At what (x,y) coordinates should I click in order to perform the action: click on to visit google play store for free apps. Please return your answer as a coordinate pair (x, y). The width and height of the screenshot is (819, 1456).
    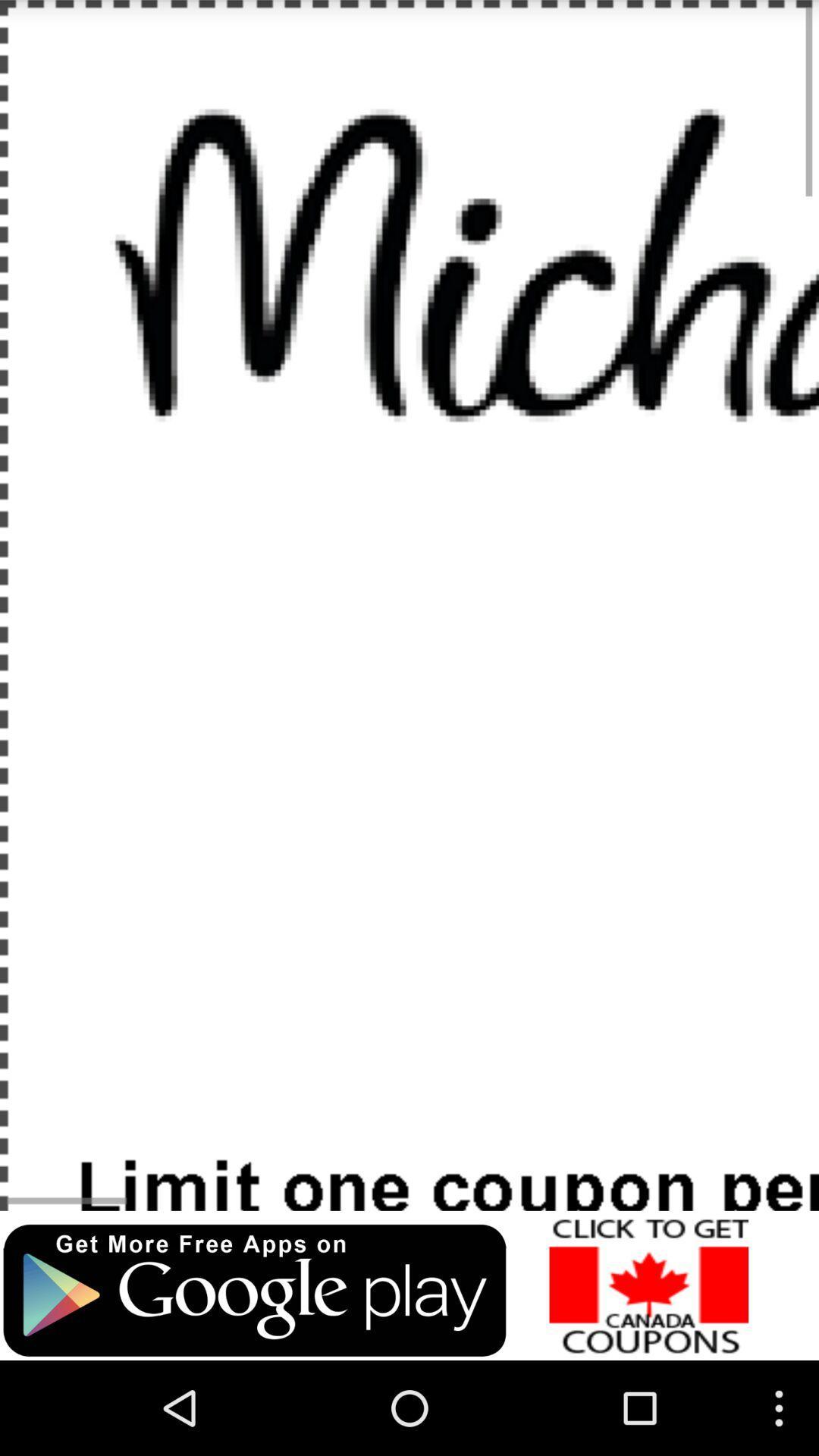
    Looking at the image, I should click on (253, 1290).